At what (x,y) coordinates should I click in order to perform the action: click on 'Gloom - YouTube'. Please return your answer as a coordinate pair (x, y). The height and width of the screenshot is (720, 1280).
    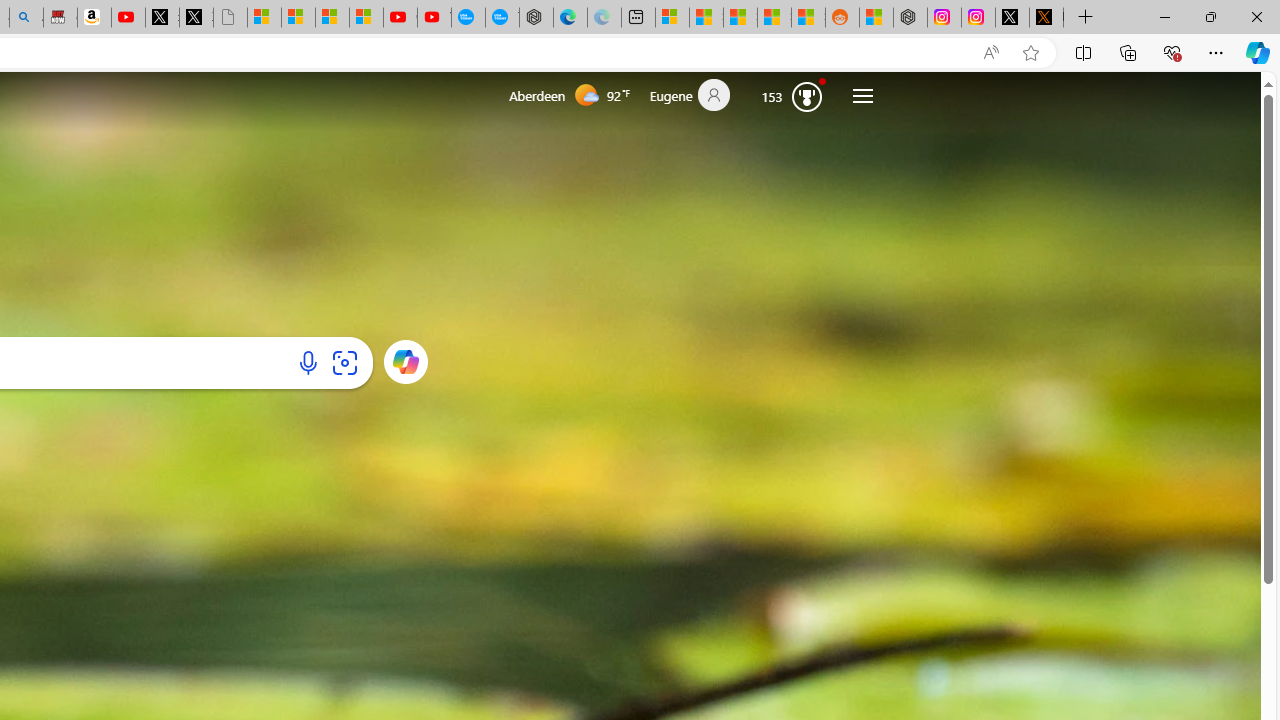
    Looking at the image, I should click on (400, 17).